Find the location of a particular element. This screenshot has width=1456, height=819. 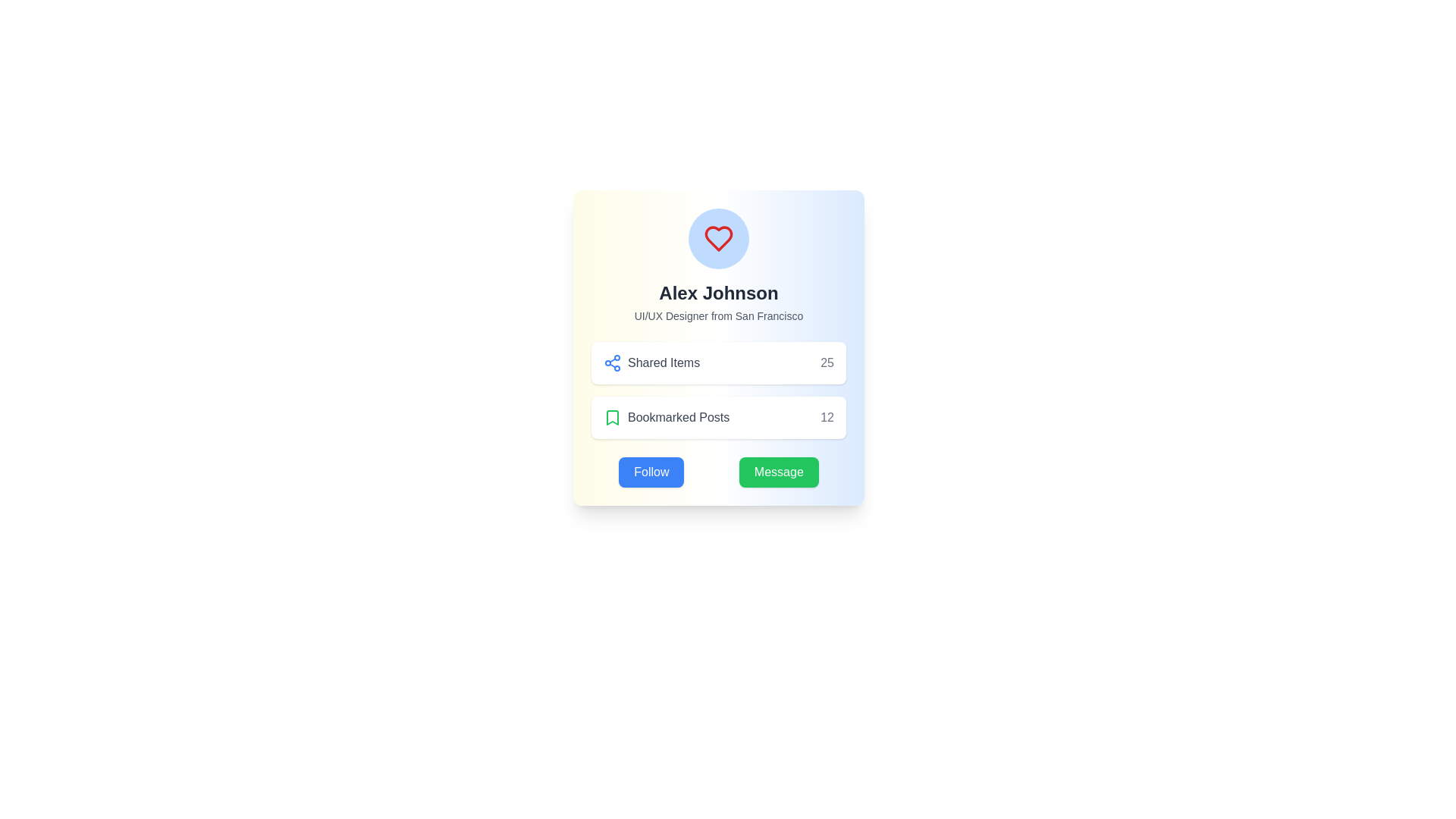

the text label displaying 'Bookmarked Posts' in gray font, which is located in the second row of a card layout, to the right of a green bookmark icon is located at coordinates (678, 418).